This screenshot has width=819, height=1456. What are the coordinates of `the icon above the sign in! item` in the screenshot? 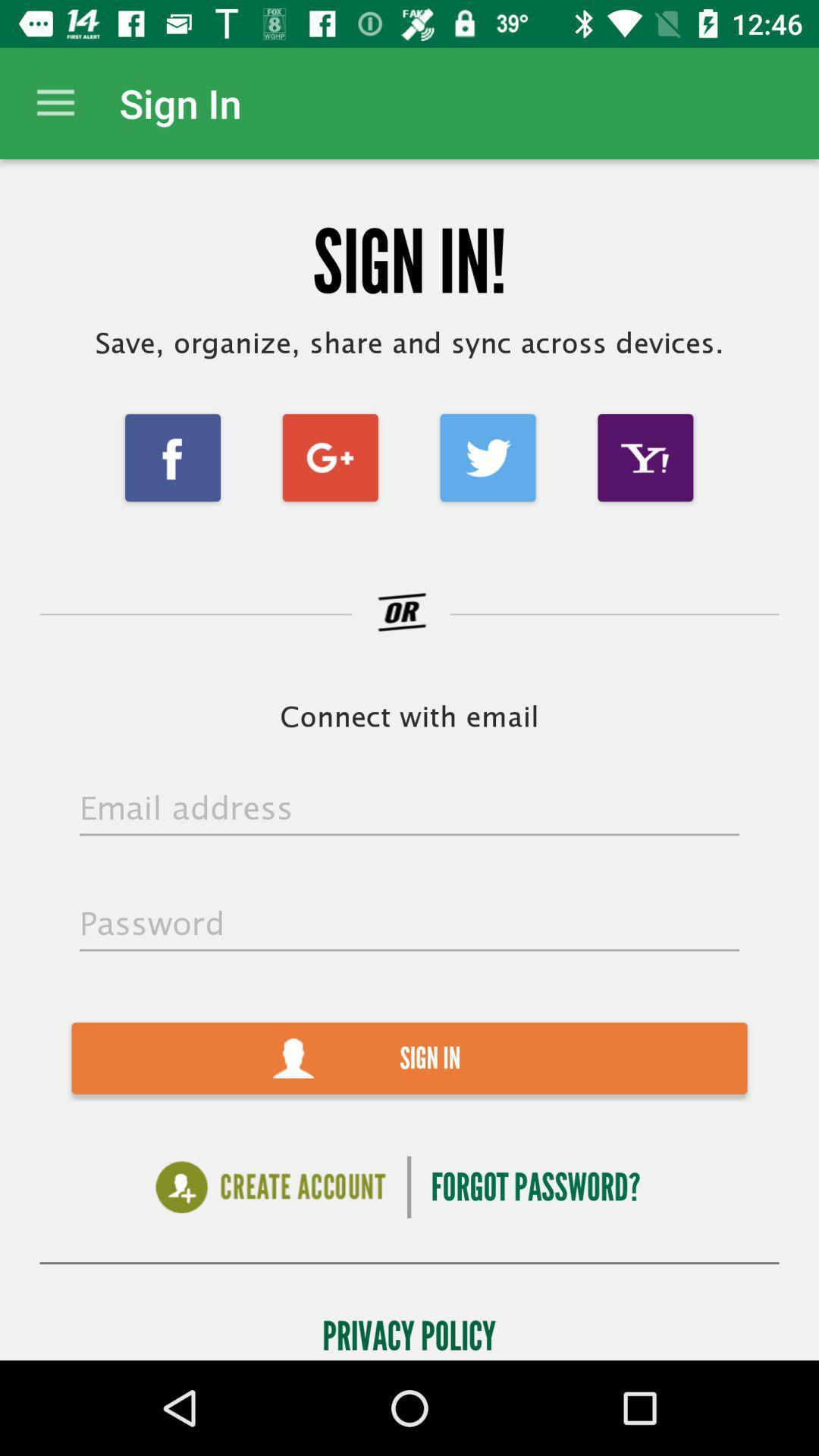 It's located at (55, 102).